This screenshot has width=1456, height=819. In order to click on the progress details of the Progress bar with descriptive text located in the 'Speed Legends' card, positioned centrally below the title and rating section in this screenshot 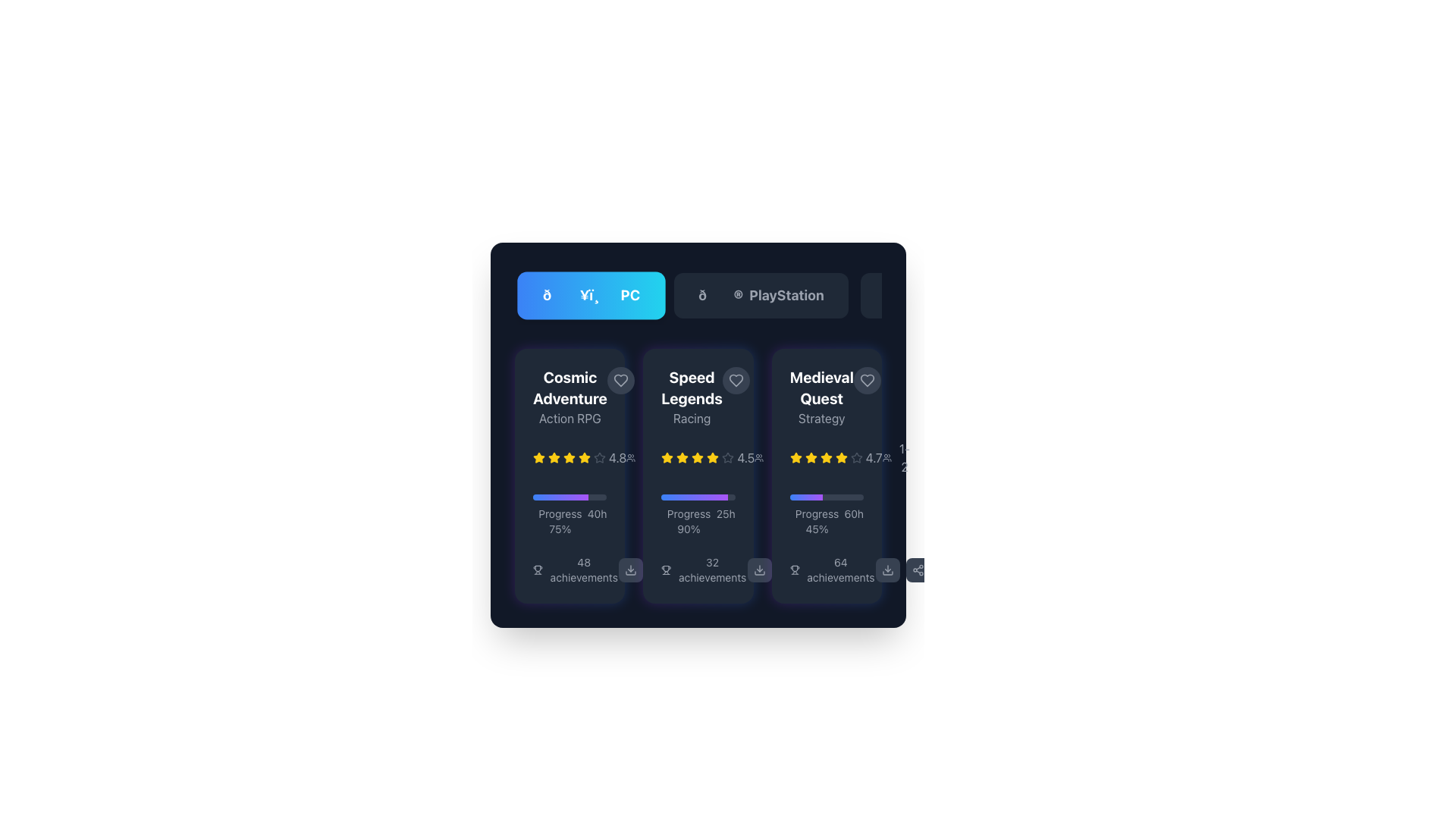, I will do `click(698, 514)`.